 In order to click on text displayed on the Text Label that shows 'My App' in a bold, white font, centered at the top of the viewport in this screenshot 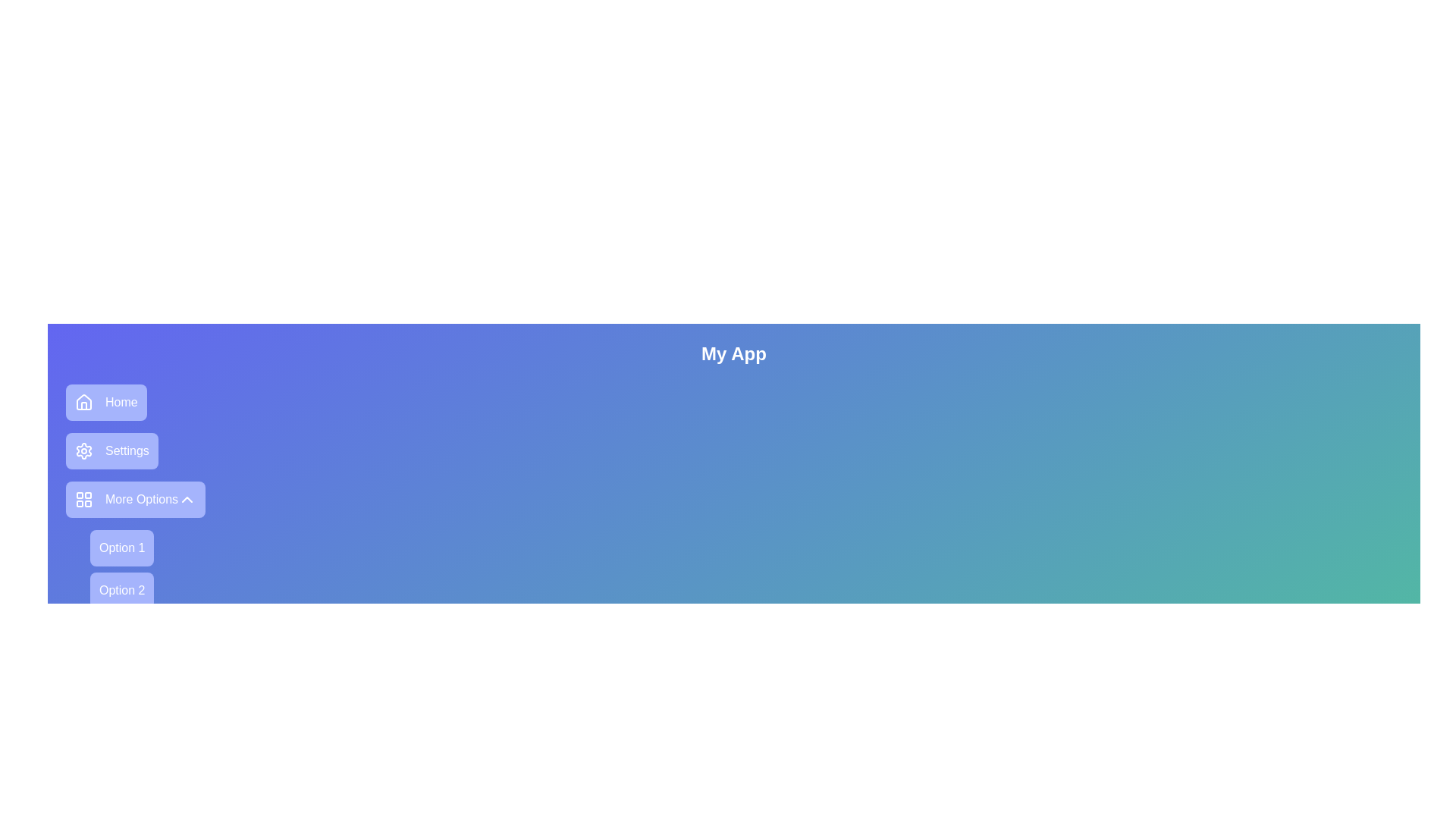, I will do `click(734, 353)`.